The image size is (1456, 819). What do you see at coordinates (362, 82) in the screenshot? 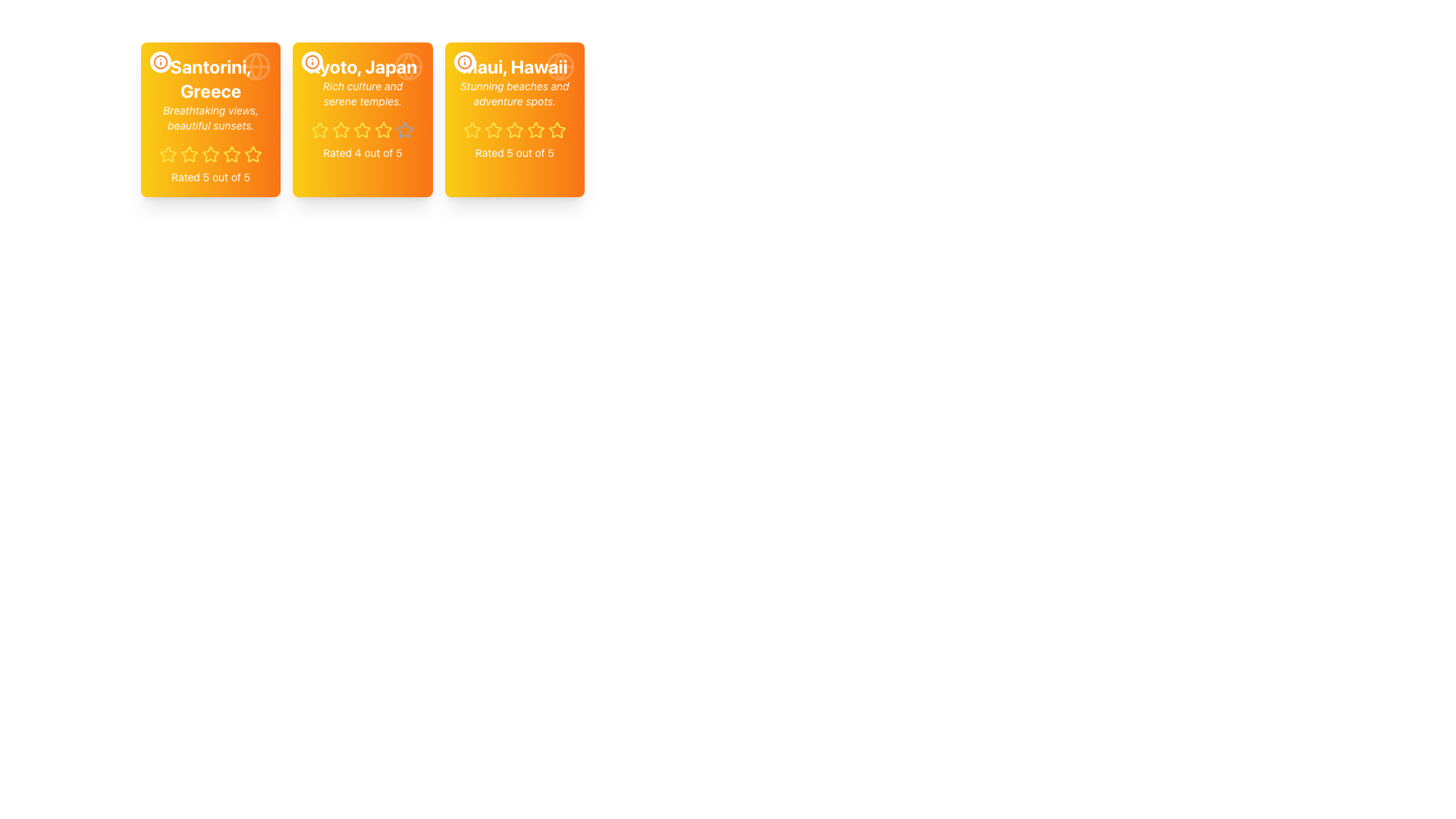
I see `text block titled 'Kyoto, Japan' which contains the subtitle 'Rich culture and serene temples.' located at the top-left section of the card` at bounding box center [362, 82].